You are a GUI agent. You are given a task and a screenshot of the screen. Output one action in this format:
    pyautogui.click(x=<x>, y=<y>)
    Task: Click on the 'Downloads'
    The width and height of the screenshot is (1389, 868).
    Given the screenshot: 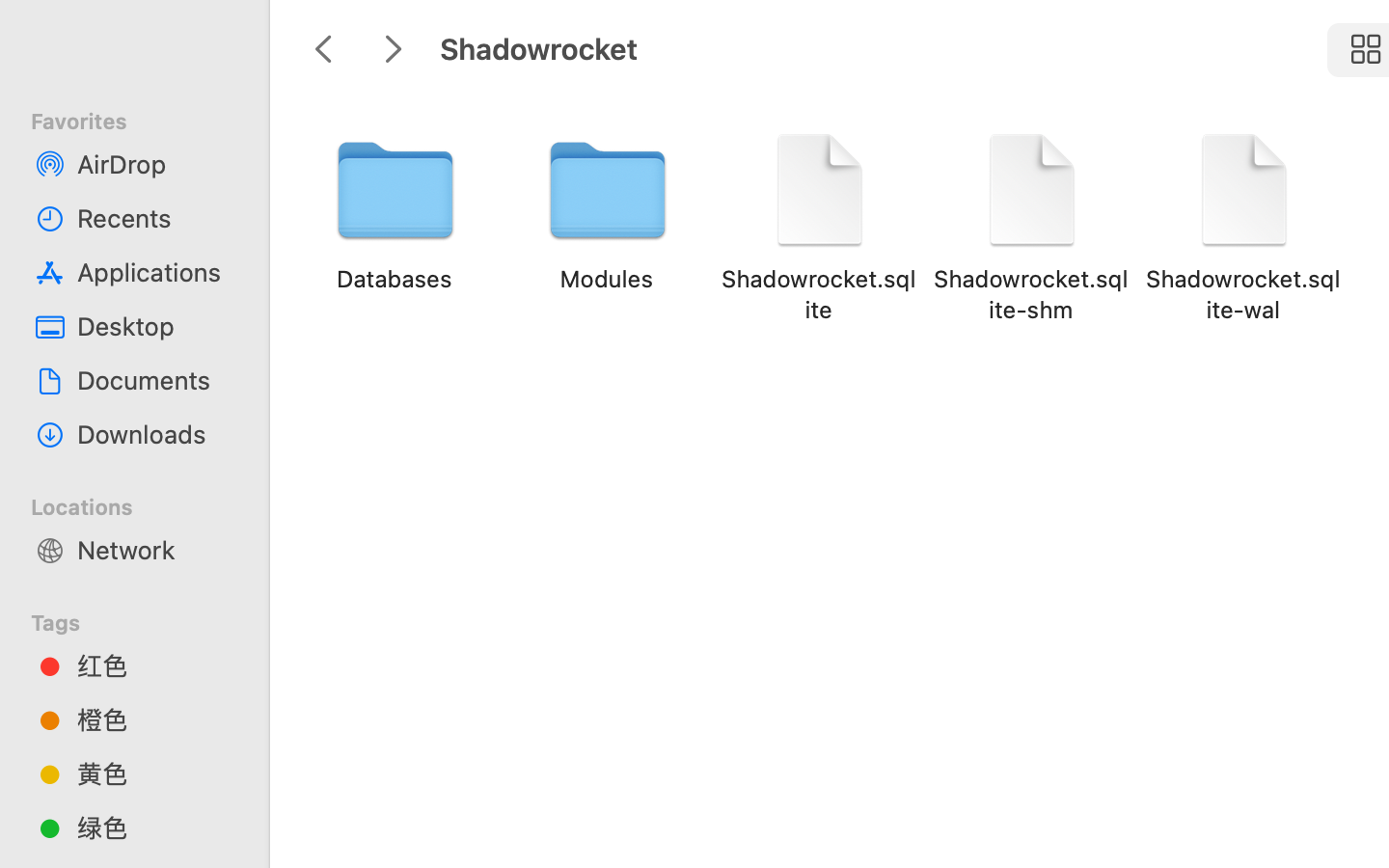 What is the action you would take?
    pyautogui.click(x=153, y=434)
    